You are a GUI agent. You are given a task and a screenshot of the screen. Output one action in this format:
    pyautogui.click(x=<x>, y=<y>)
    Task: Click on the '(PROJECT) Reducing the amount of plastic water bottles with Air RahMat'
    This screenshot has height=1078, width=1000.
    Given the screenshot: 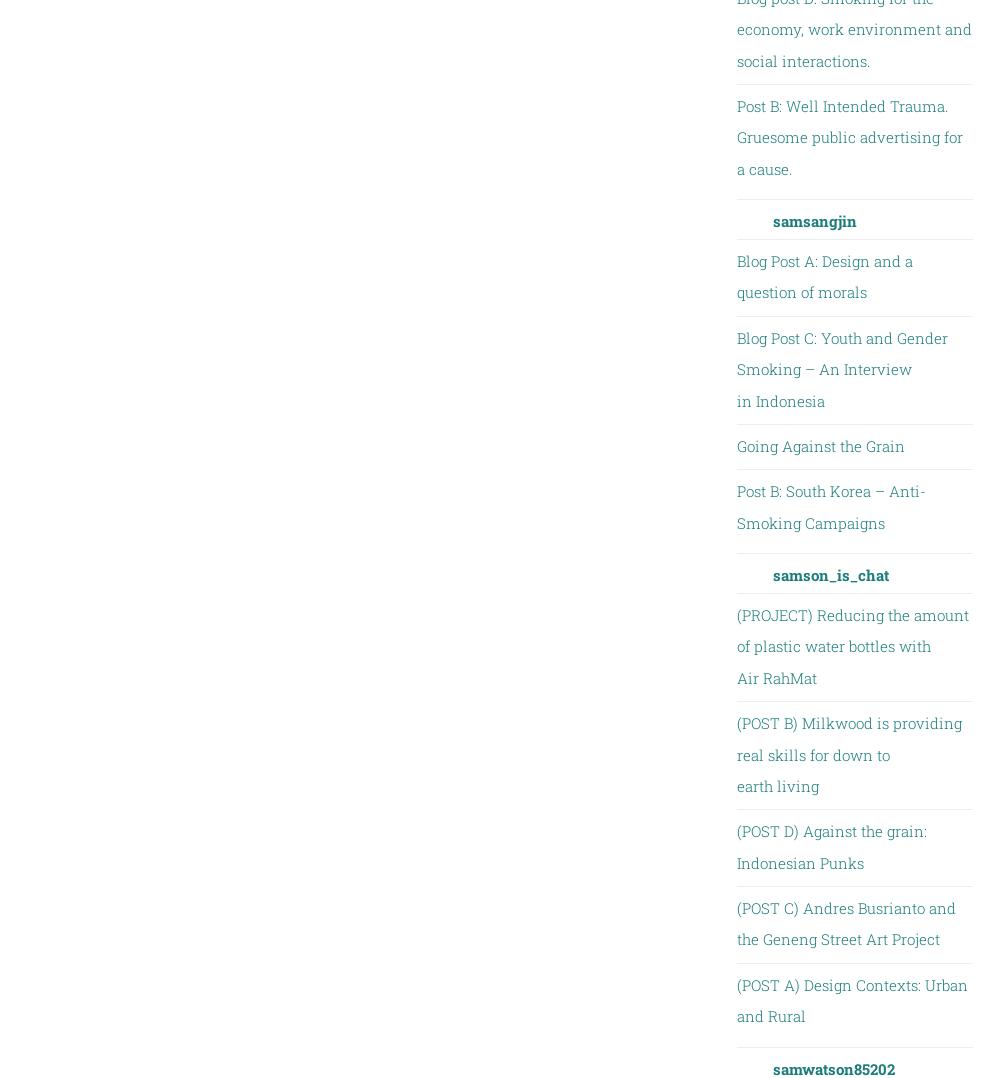 What is the action you would take?
    pyautogui.click(x=851, y=645)
    